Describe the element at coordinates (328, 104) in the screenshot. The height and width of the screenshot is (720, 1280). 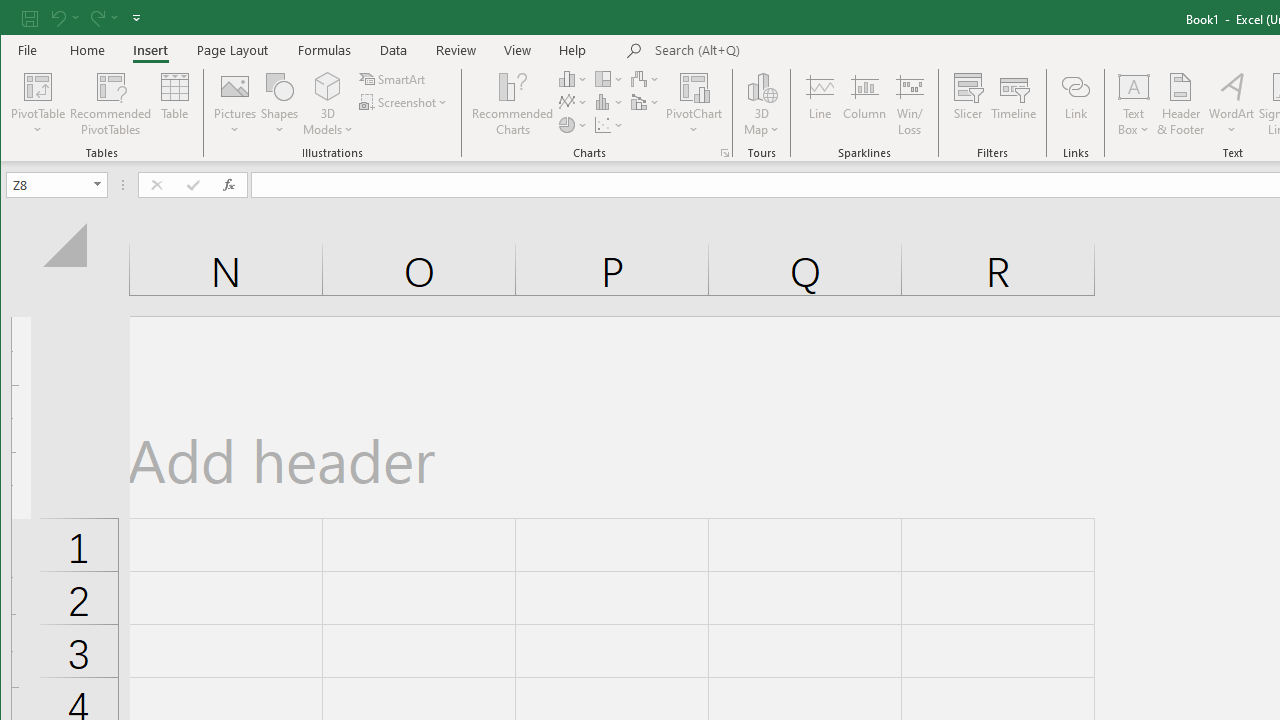
I see `'3D Models'` at that location.